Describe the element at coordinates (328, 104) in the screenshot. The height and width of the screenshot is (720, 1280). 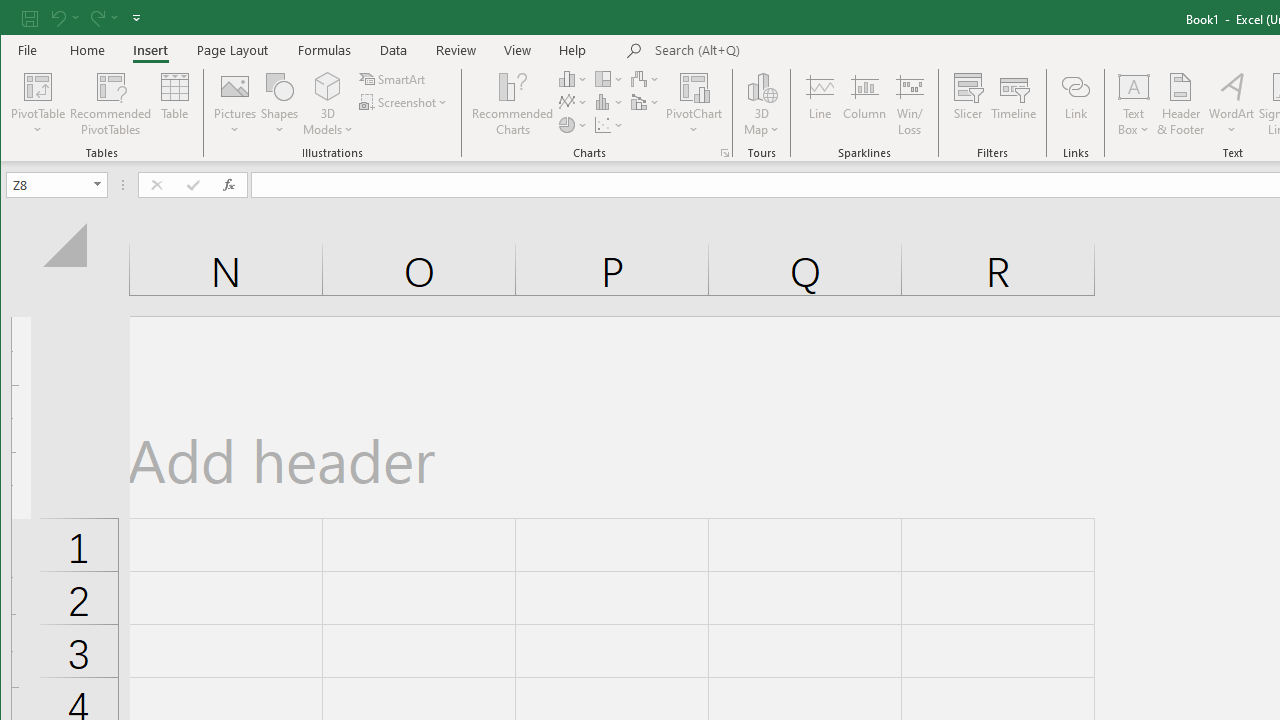
I see `'3D Models'` at that location.